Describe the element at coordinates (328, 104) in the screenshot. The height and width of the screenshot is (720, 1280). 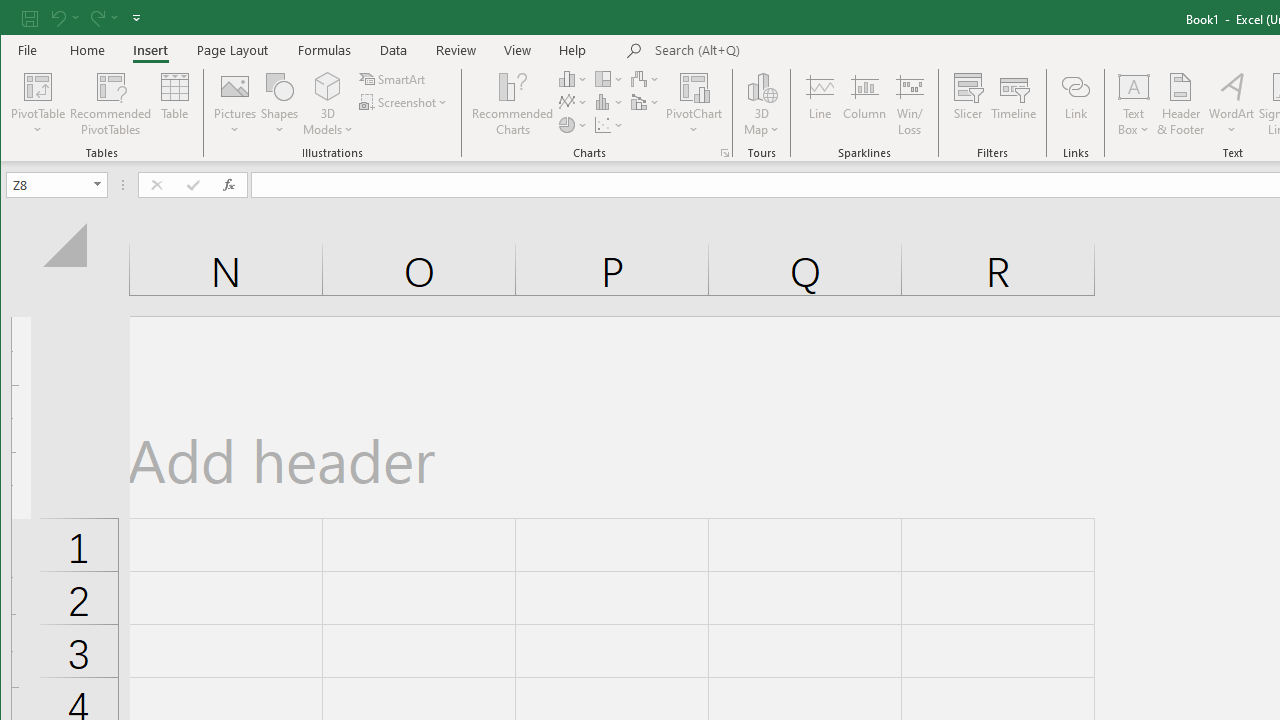
I see `'3D Models'` at that location.